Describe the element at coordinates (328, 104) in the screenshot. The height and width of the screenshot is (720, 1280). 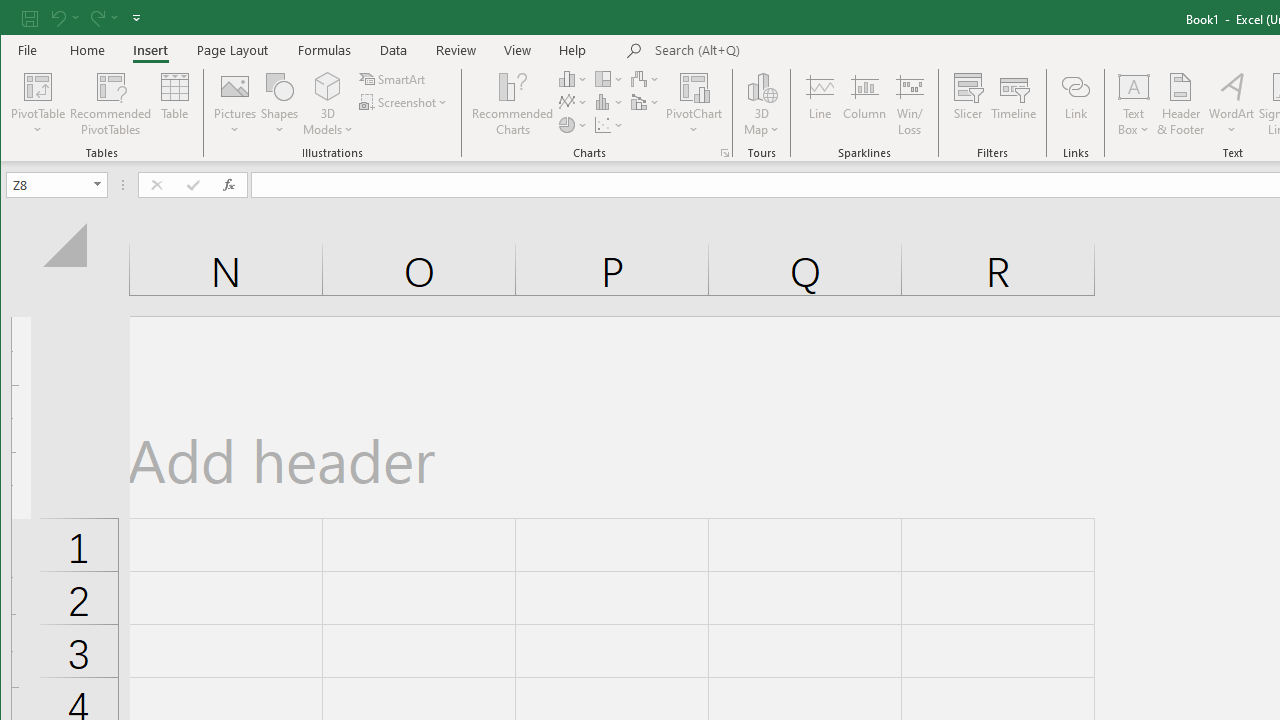
I see `'3D Models'` at that location.